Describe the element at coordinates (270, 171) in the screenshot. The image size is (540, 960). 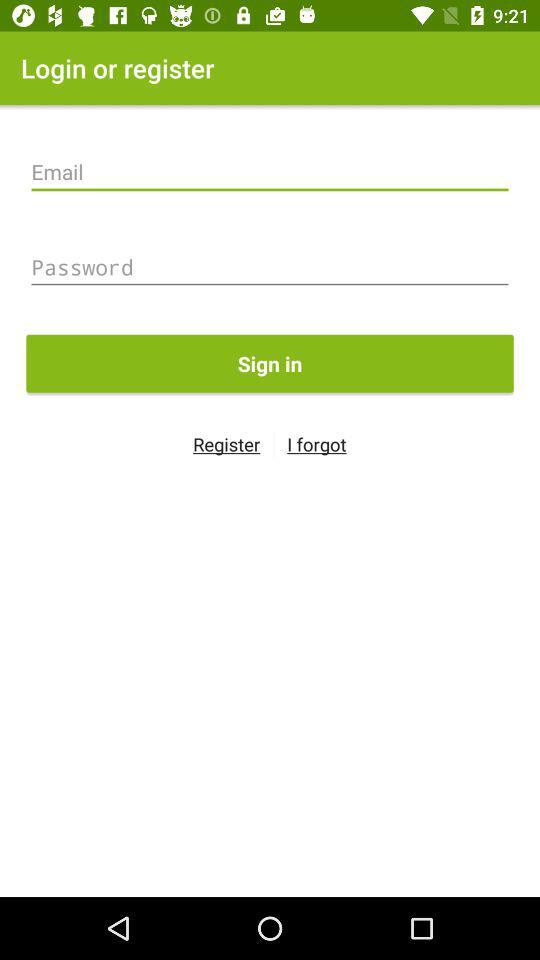
I see `email in the box` at that location.